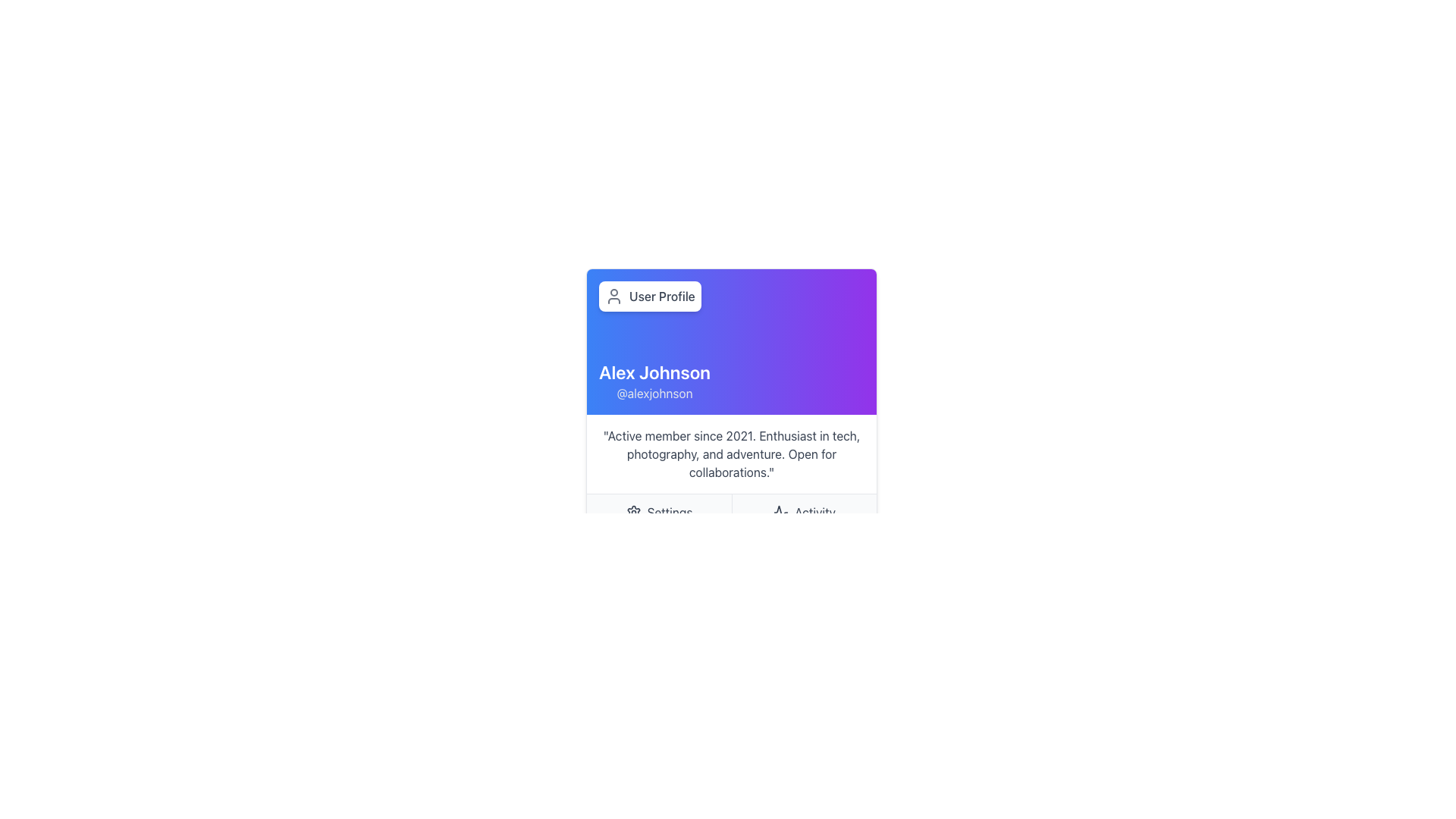 Image resolution: width=1456 pixels, height=819 pixels. What do you see at coordinates (662, 296) in the screenshot?
I see `the 'User Profile' text label, which is styled in a bold gray font and located in the upper-left corner of the user profile section, next to the user icon` at bounding box center [662, 296].